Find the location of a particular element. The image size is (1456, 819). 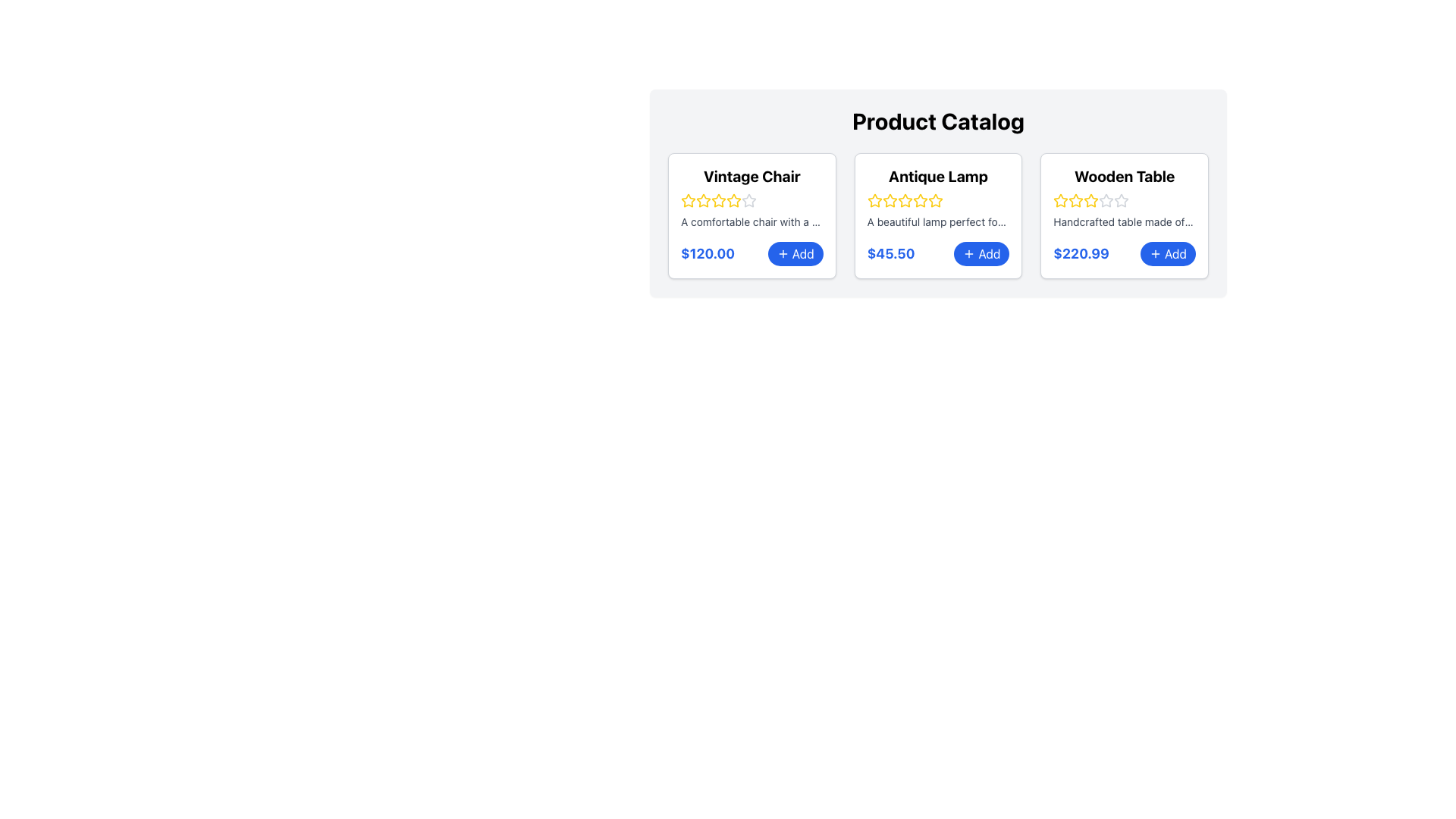

the Text Label that serves as a header for the product card, positioned at the top of the card and centered horizontally is located at coordinates (752, 175).